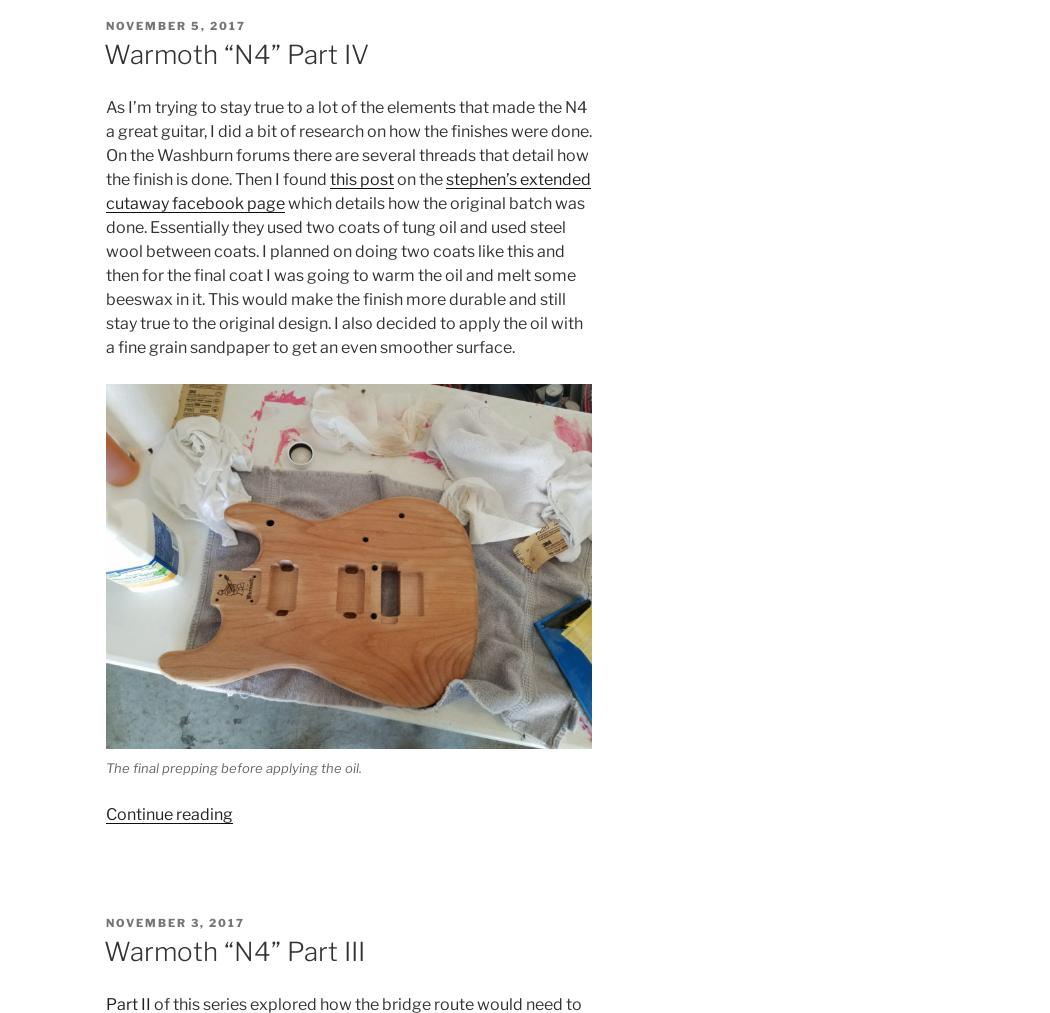 The image size is (1050, 1013). What do you see at coordinates (233, 950) in the screenshot?
I see `'Warmoth “N4” Part III'` at bounding box center [233, 950].